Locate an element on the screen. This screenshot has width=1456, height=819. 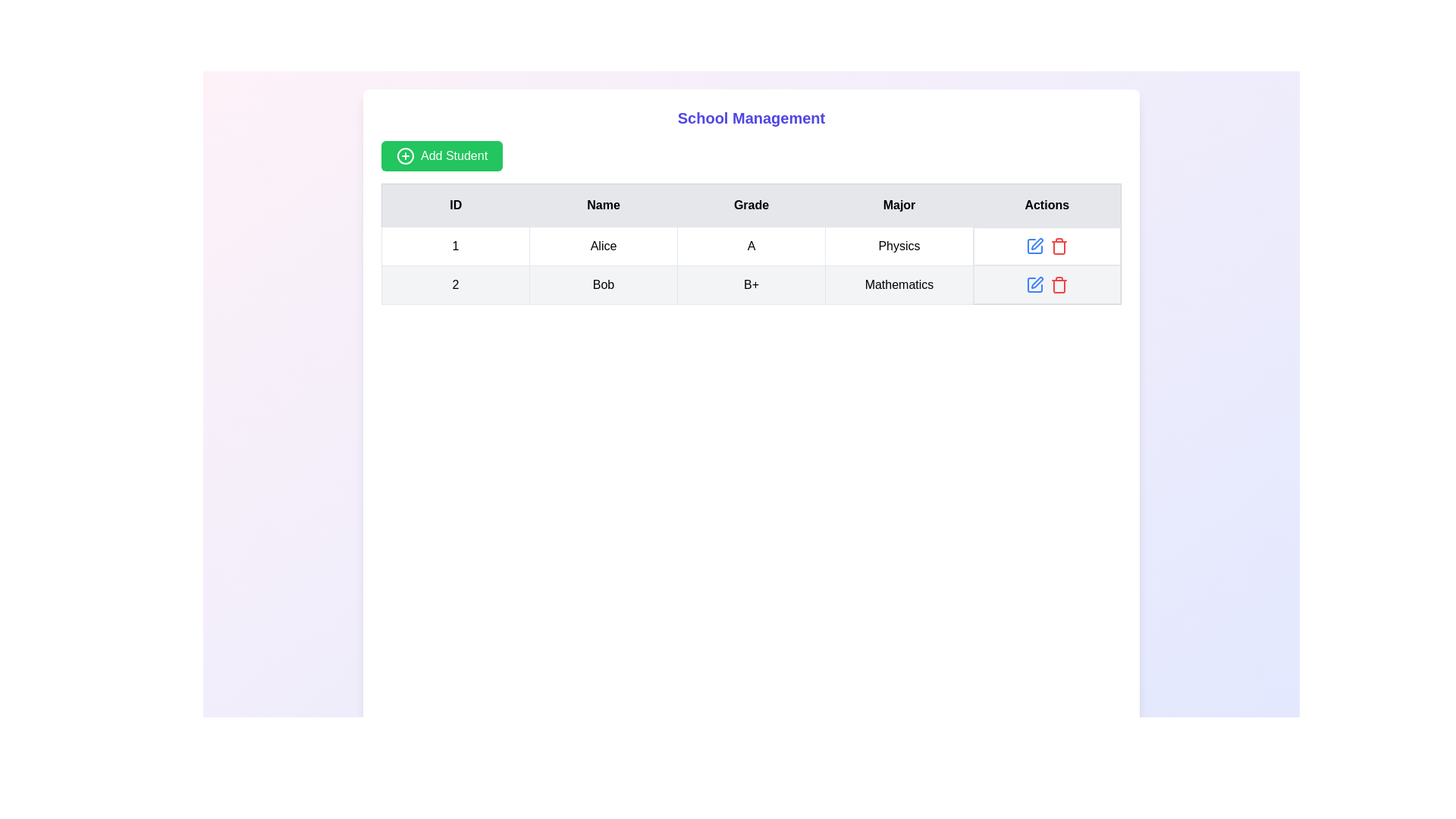
the delete button located in the second row of the 'Actions' column in the table is located at coordinates (1058, 284).